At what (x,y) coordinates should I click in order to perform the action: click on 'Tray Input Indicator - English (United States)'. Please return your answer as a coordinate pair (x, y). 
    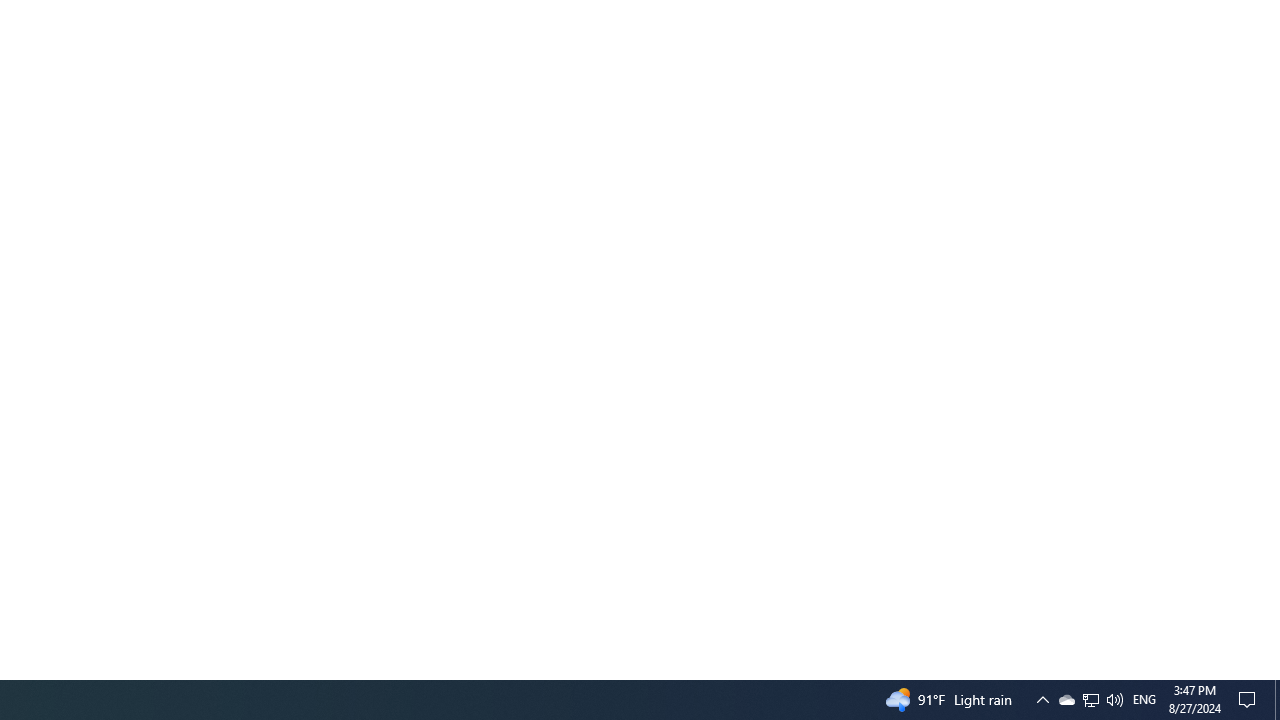
    Looking at the image, I should click on (1144, 698).